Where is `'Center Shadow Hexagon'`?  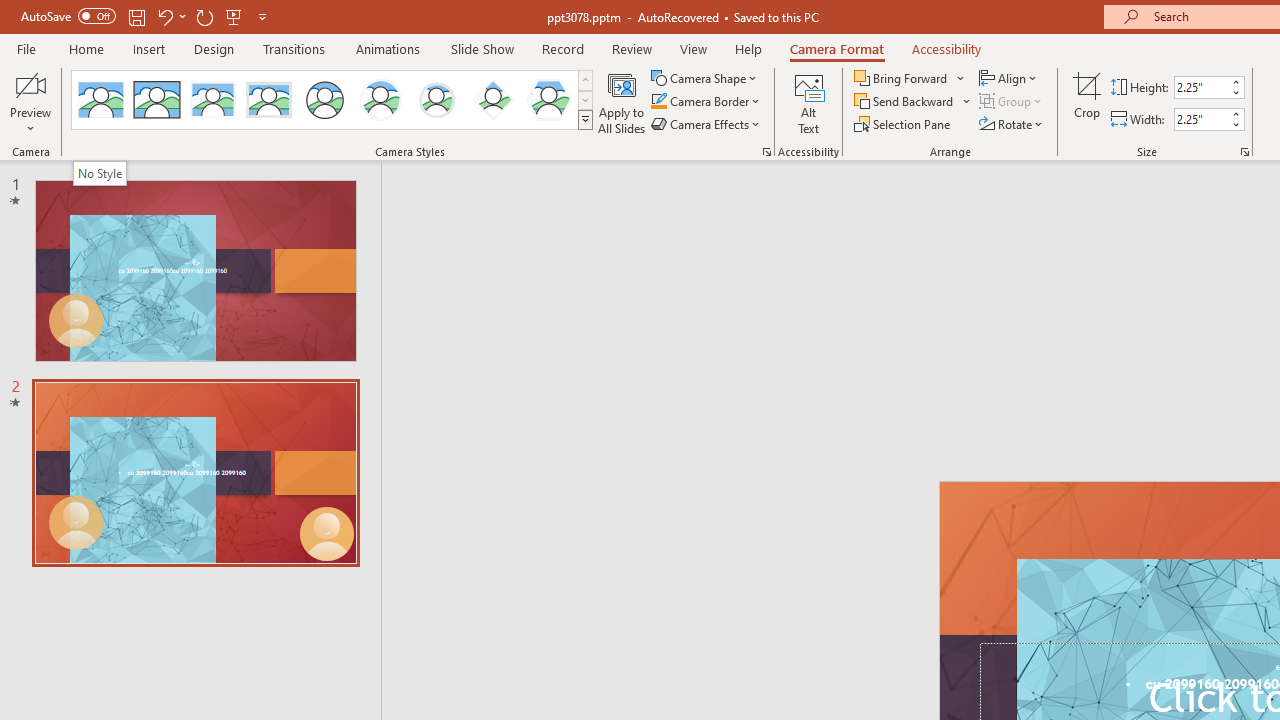
'Center Shadow Hexagon' is located at coordinates (549, 100).